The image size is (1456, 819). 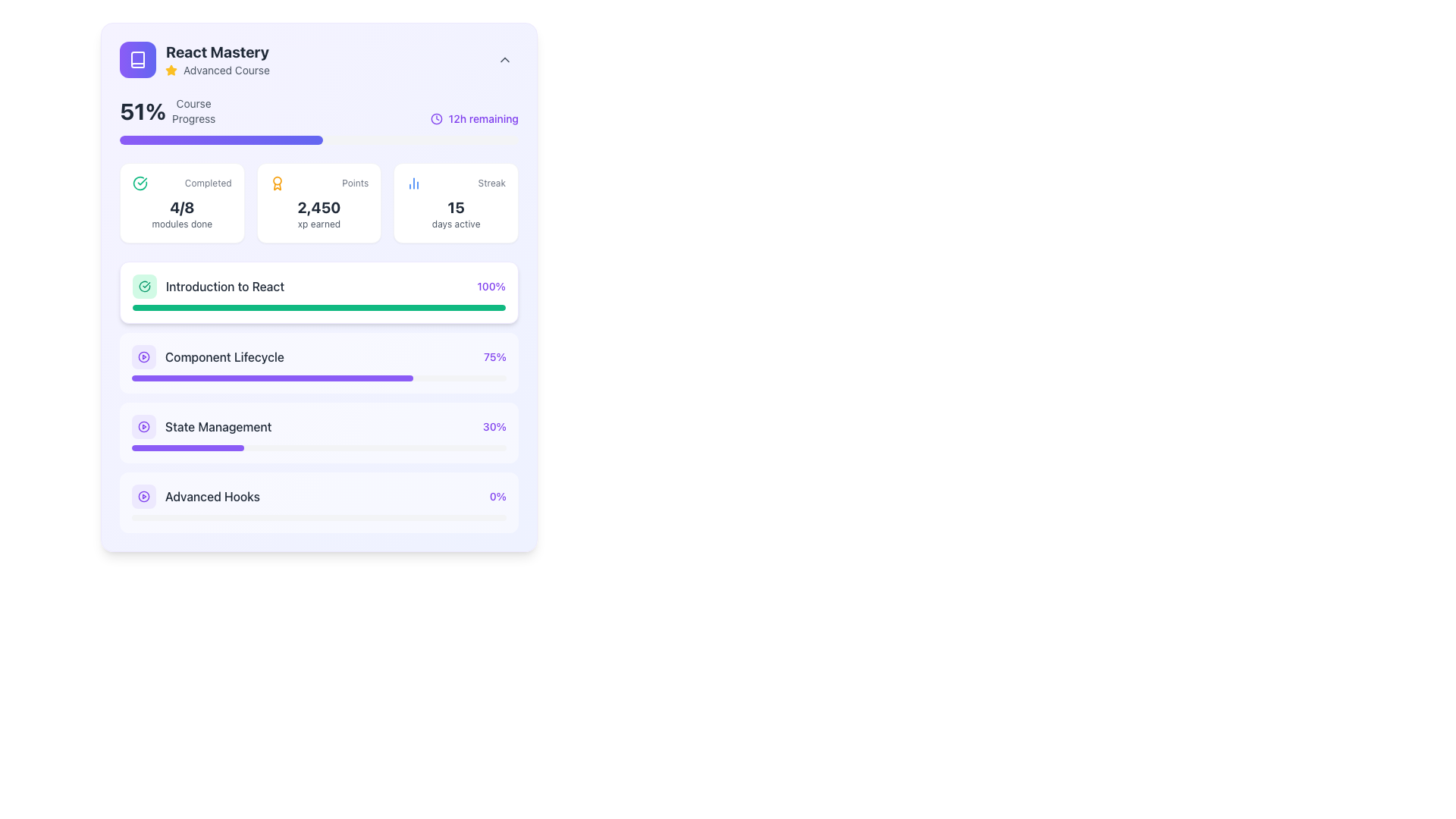 What do you see at coordinates (354, 183) in the screenshot?
I see `the static text label indicating the type of achievement or metric, located to the right of the golden award icon in the top section of the layout` at bounding box center [354, 183].